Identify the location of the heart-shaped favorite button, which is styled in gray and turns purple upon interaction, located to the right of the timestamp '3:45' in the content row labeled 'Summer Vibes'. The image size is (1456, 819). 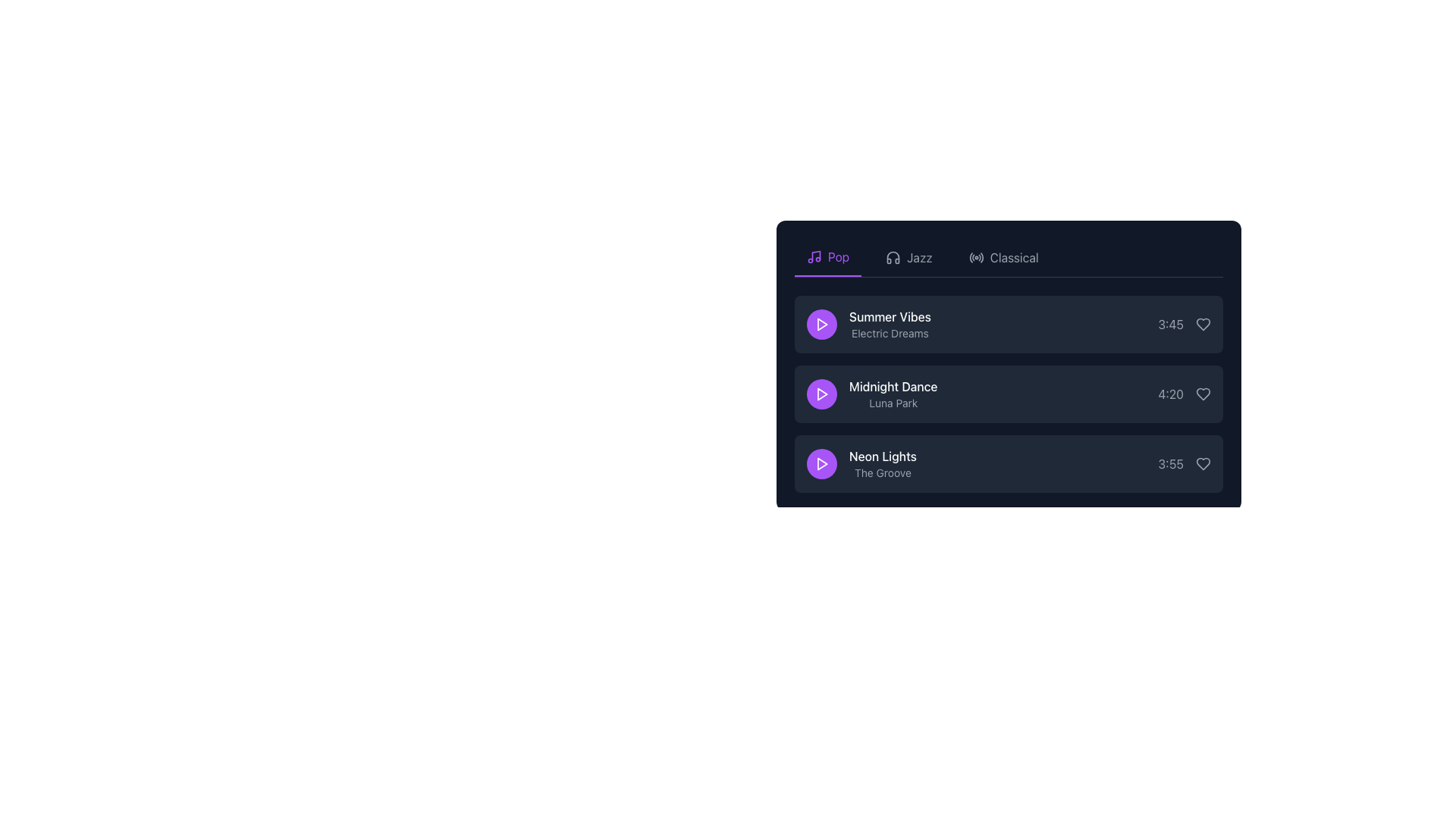
(1203, 324).